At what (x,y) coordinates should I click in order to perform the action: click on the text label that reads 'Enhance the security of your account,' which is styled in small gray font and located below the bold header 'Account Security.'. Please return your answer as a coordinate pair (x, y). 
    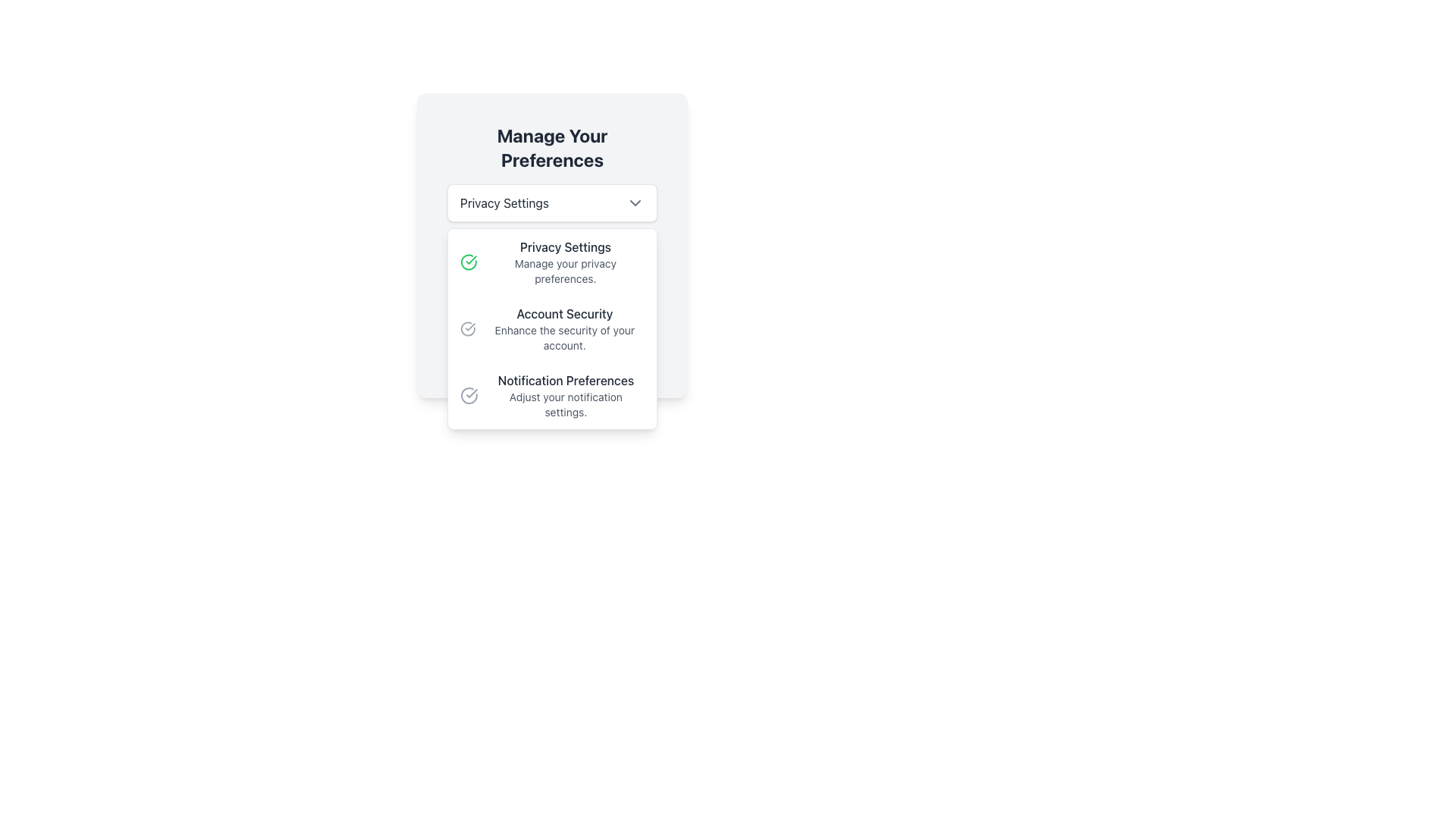
    Looking at the image, I should click on (563, 337).